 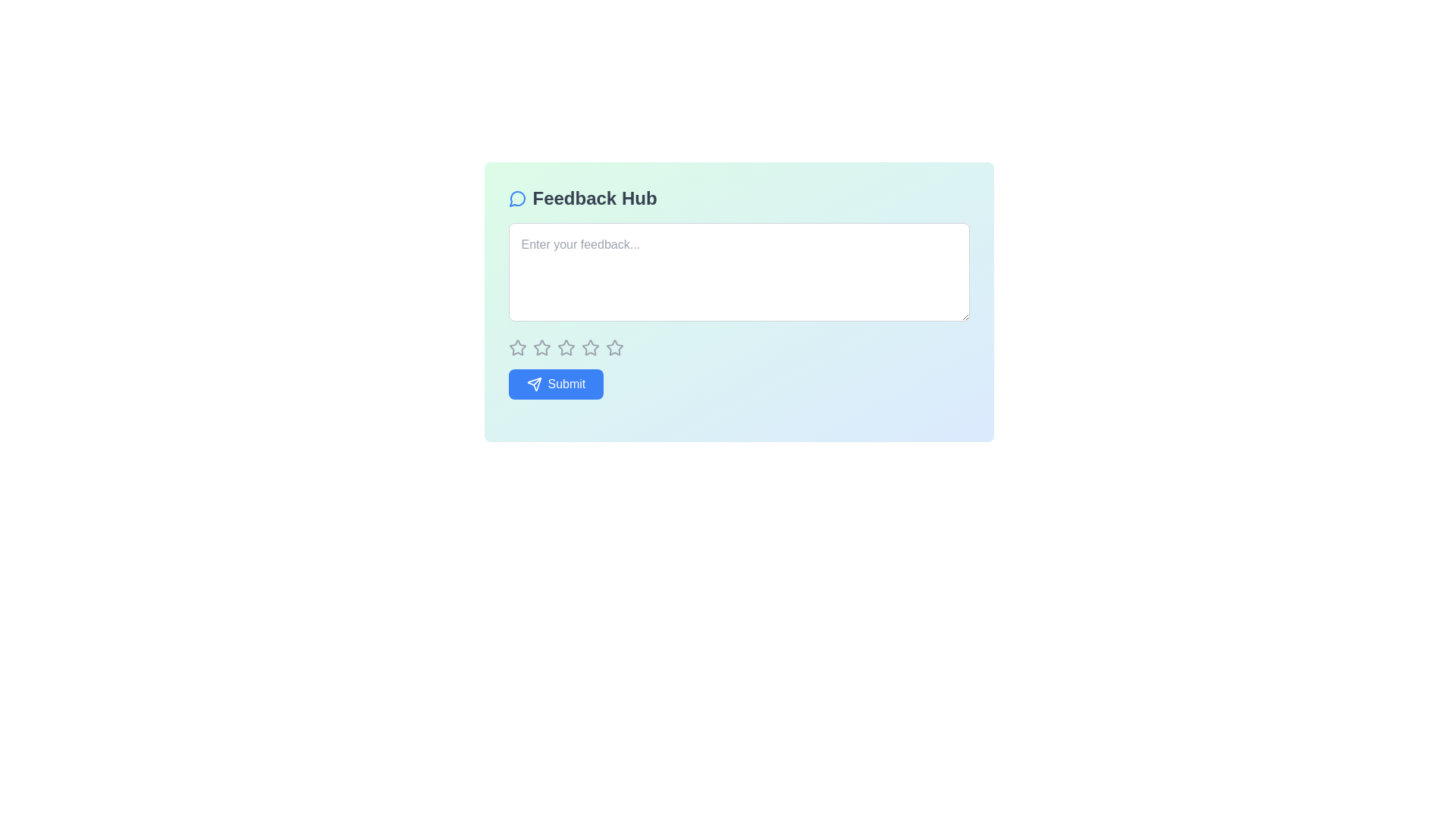 I want to click on the third star rating icon, so click(x=589, y=347).